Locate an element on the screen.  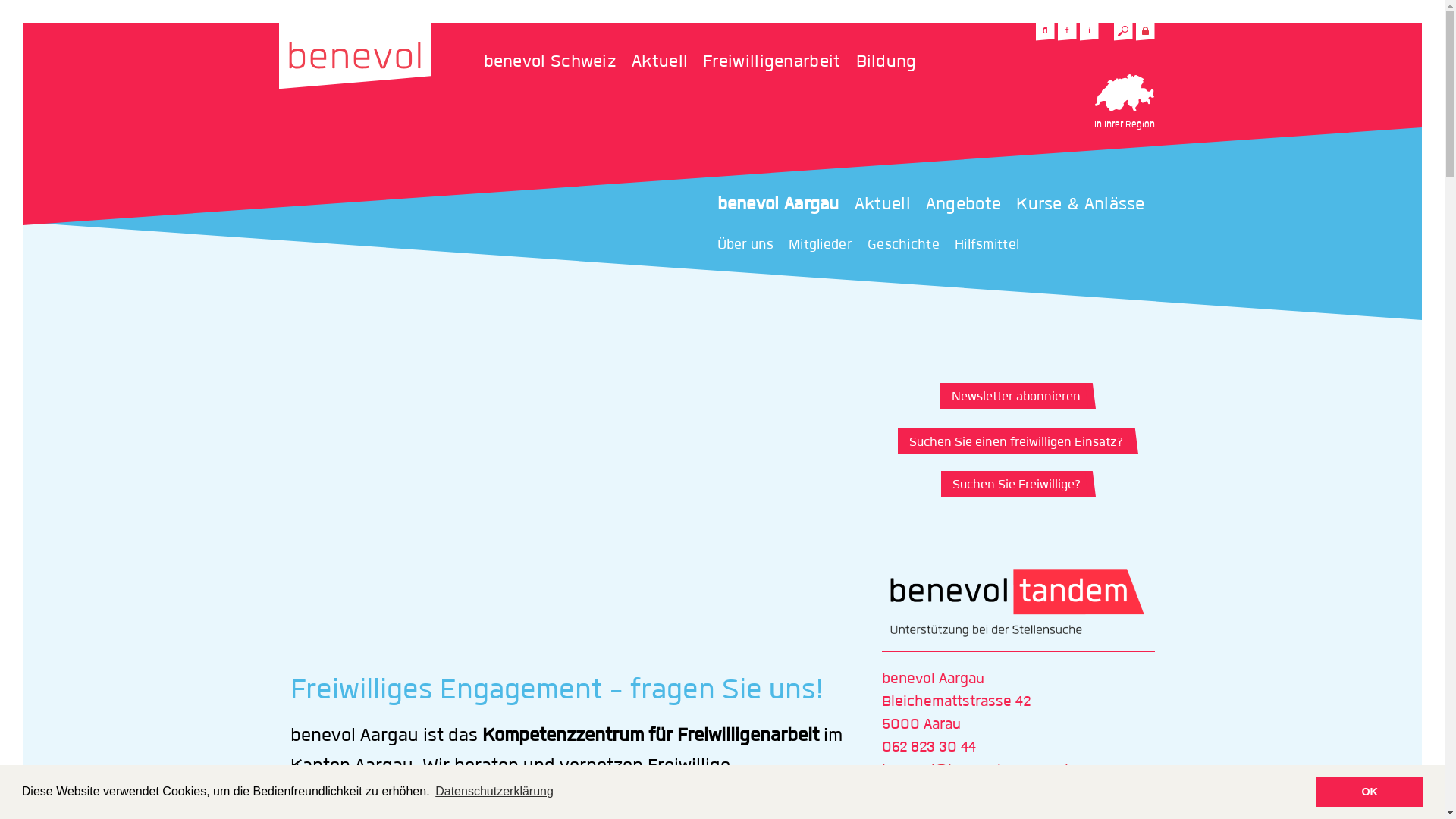
'OK' is located at coordinates (1316, 791).